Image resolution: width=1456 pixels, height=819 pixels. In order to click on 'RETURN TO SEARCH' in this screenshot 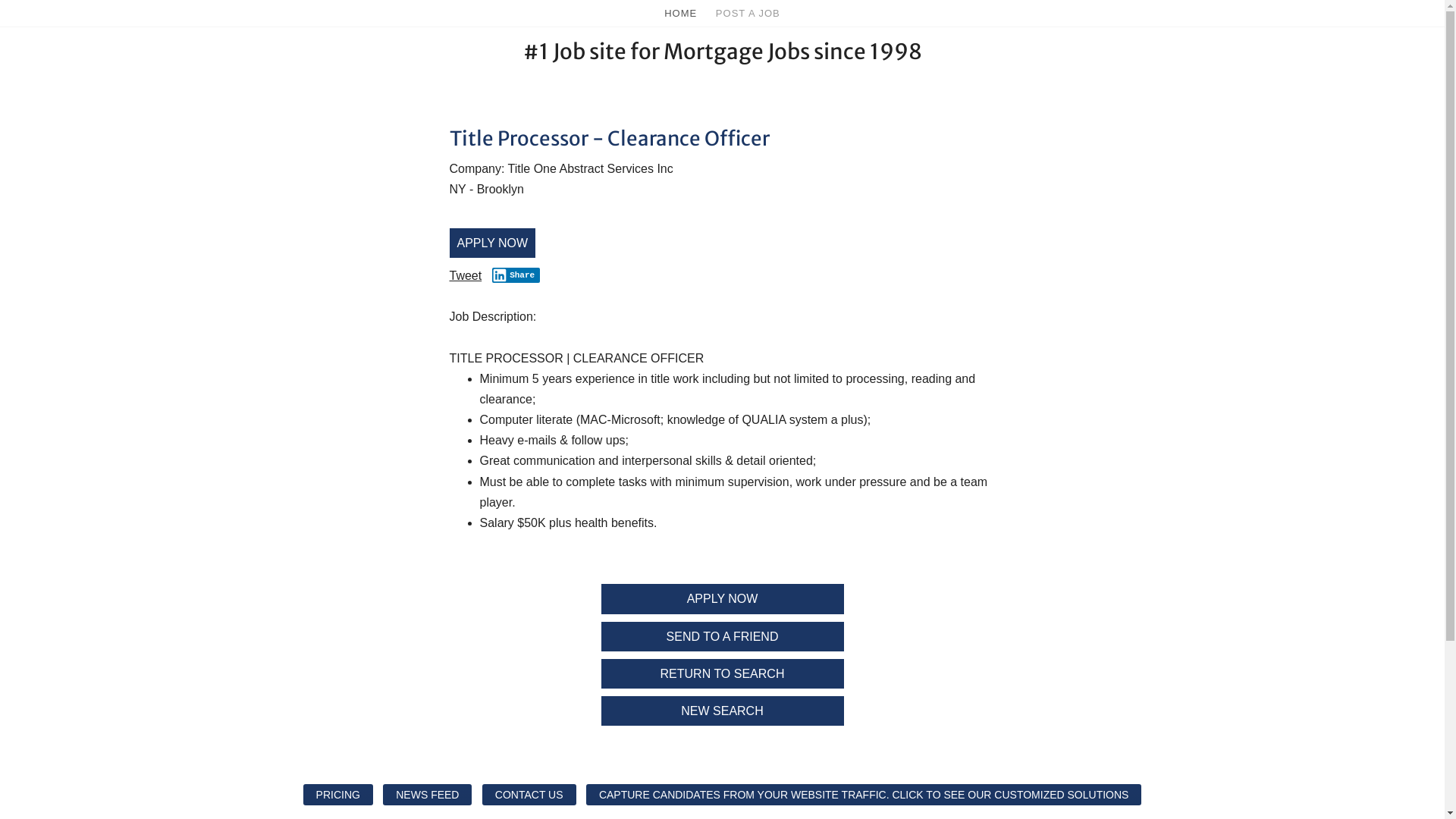, I will do `click(720, 673)`.